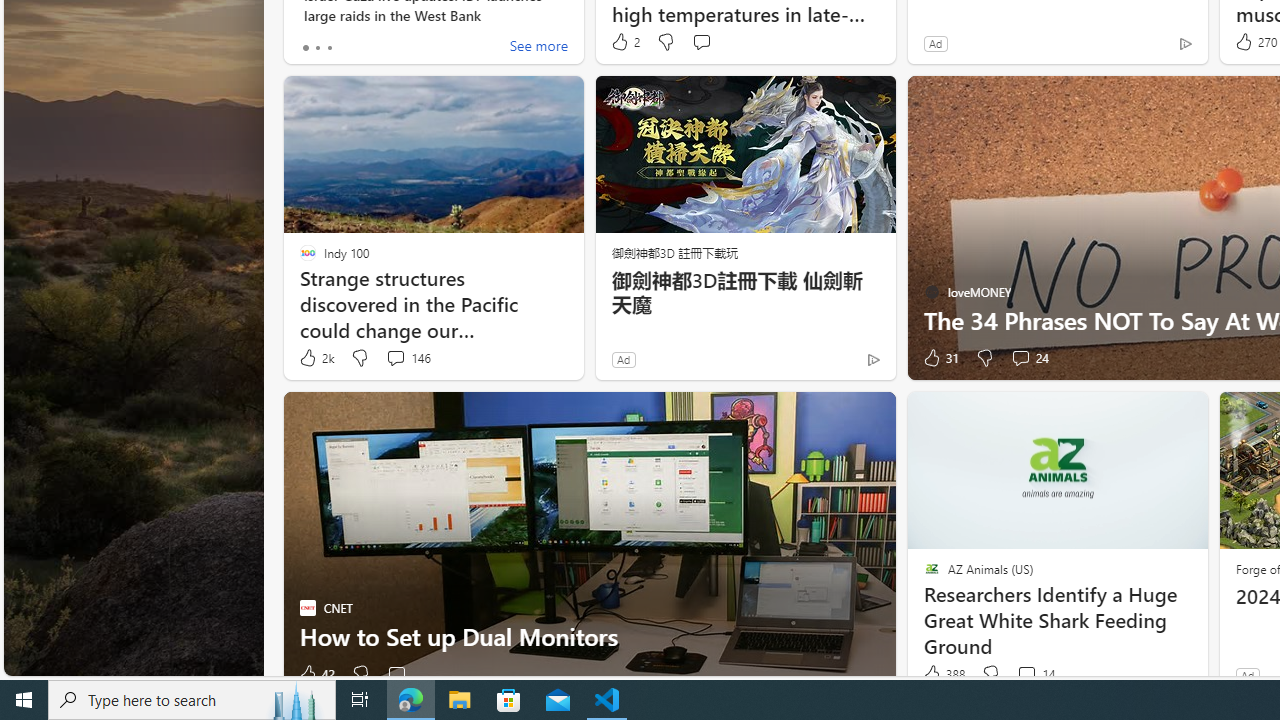  What do you see at coordinates (941, 674) in the screenshot?
I see `'388 Like'` at bounding box center [941, 674].